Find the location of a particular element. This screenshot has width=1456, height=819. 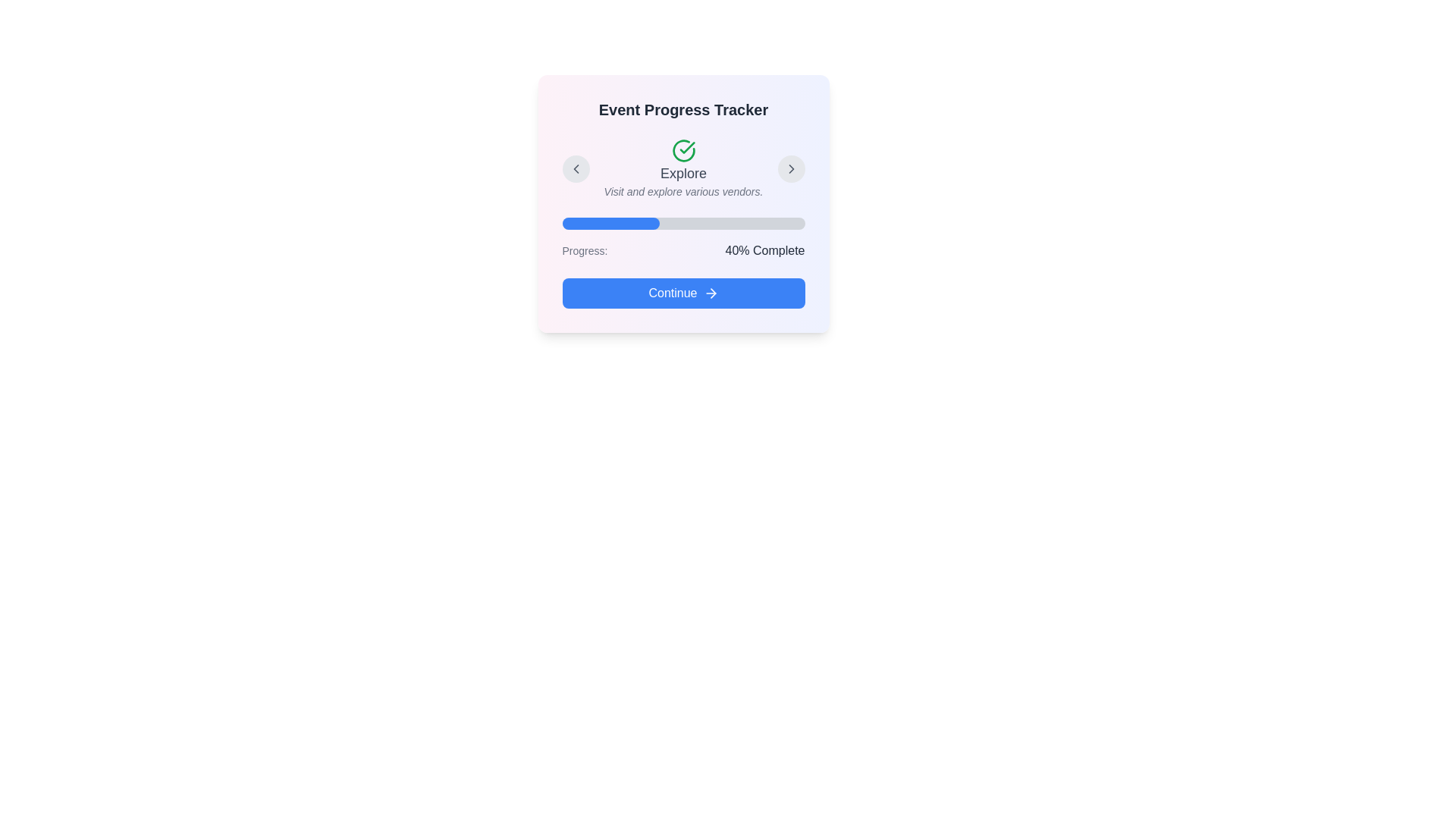

the 'Explore' icon, which is an SVG graphic located at the top-center of the card, serving as a visual indicator for a completed or confirmed action is located at coordinates (682, 151).